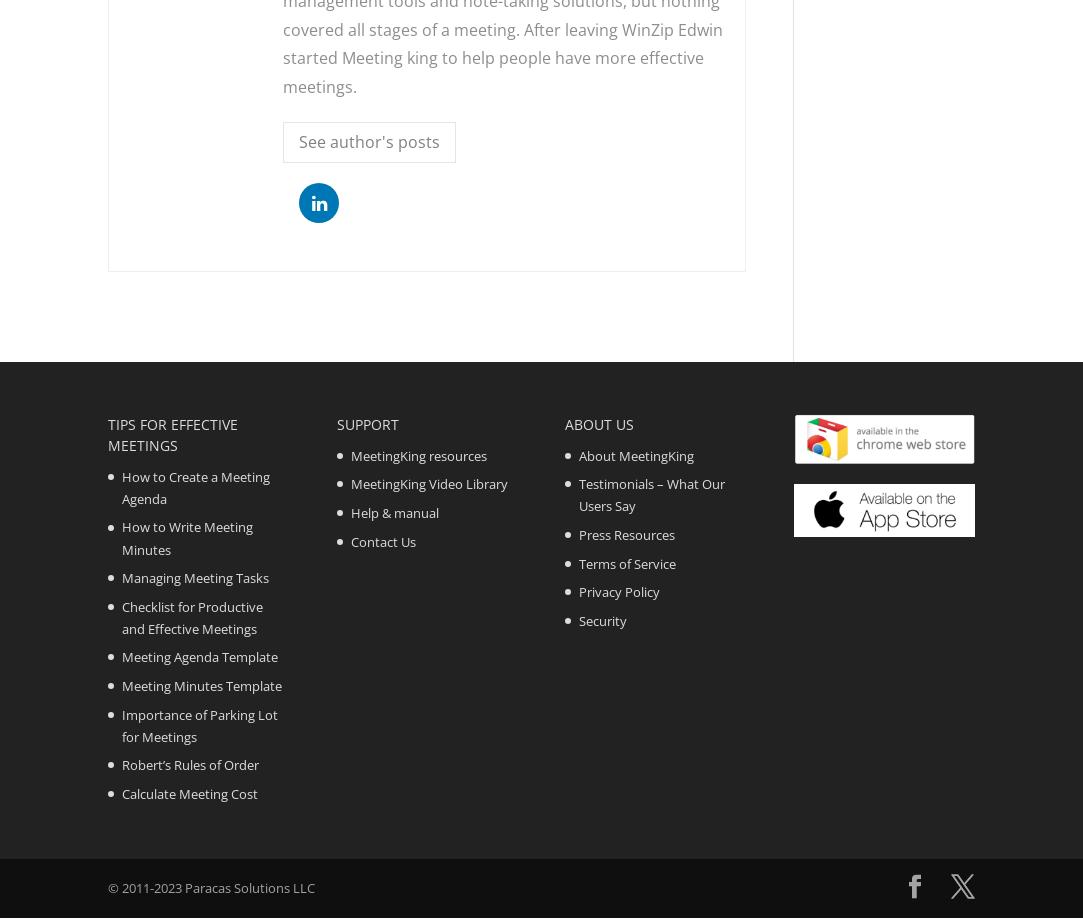  What do you see at coordinates (122, 793) in the screenshot?
I see `'Calculate Meeting Cost'` at bounding box center [122, 793].